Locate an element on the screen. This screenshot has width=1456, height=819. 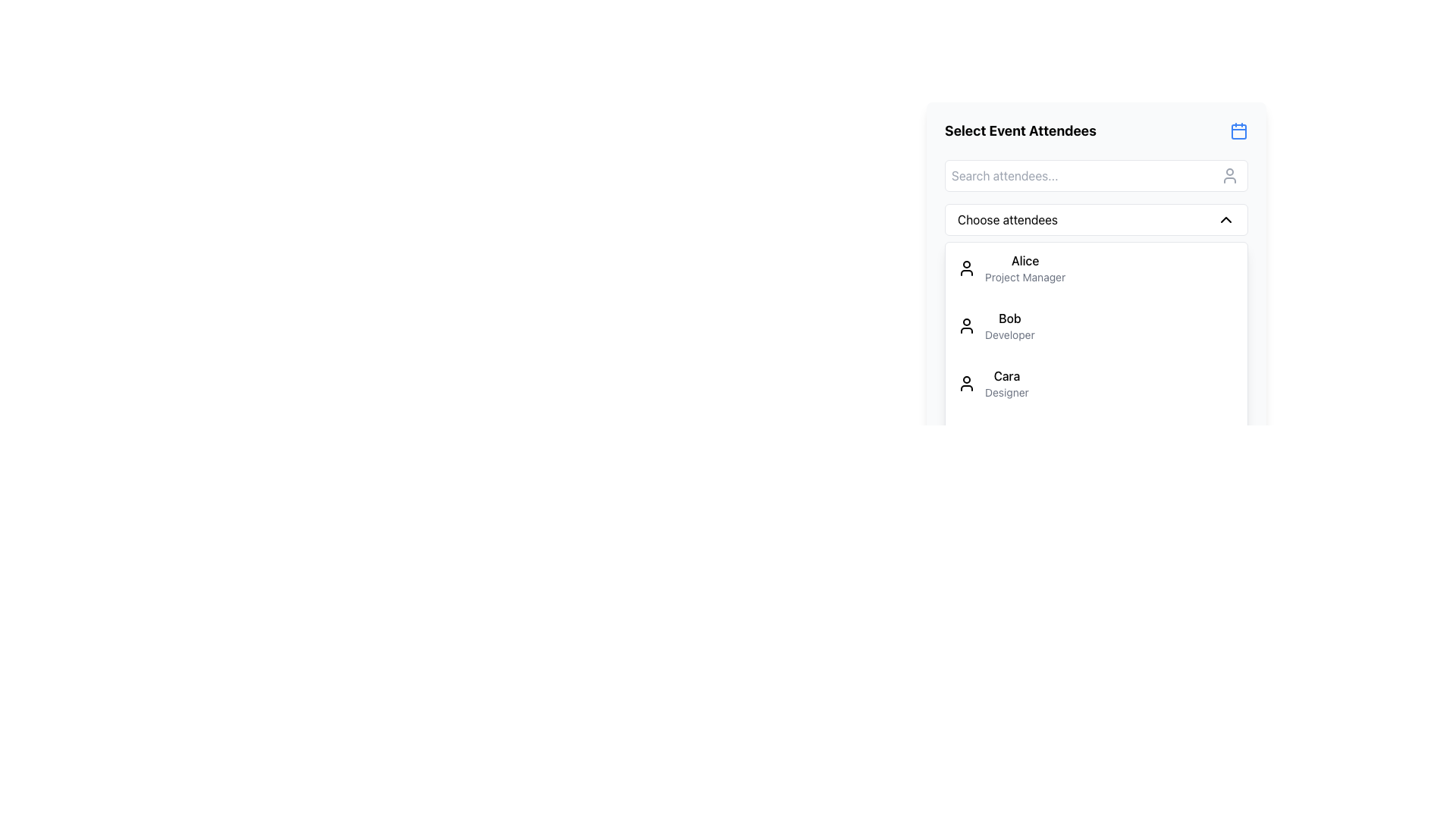
the Text Label indicating the profession 'Designer' of the attendee named 'Cara', which is positioned directly below 'Cara' in the attendee list is located at coordinates (1006, 391).